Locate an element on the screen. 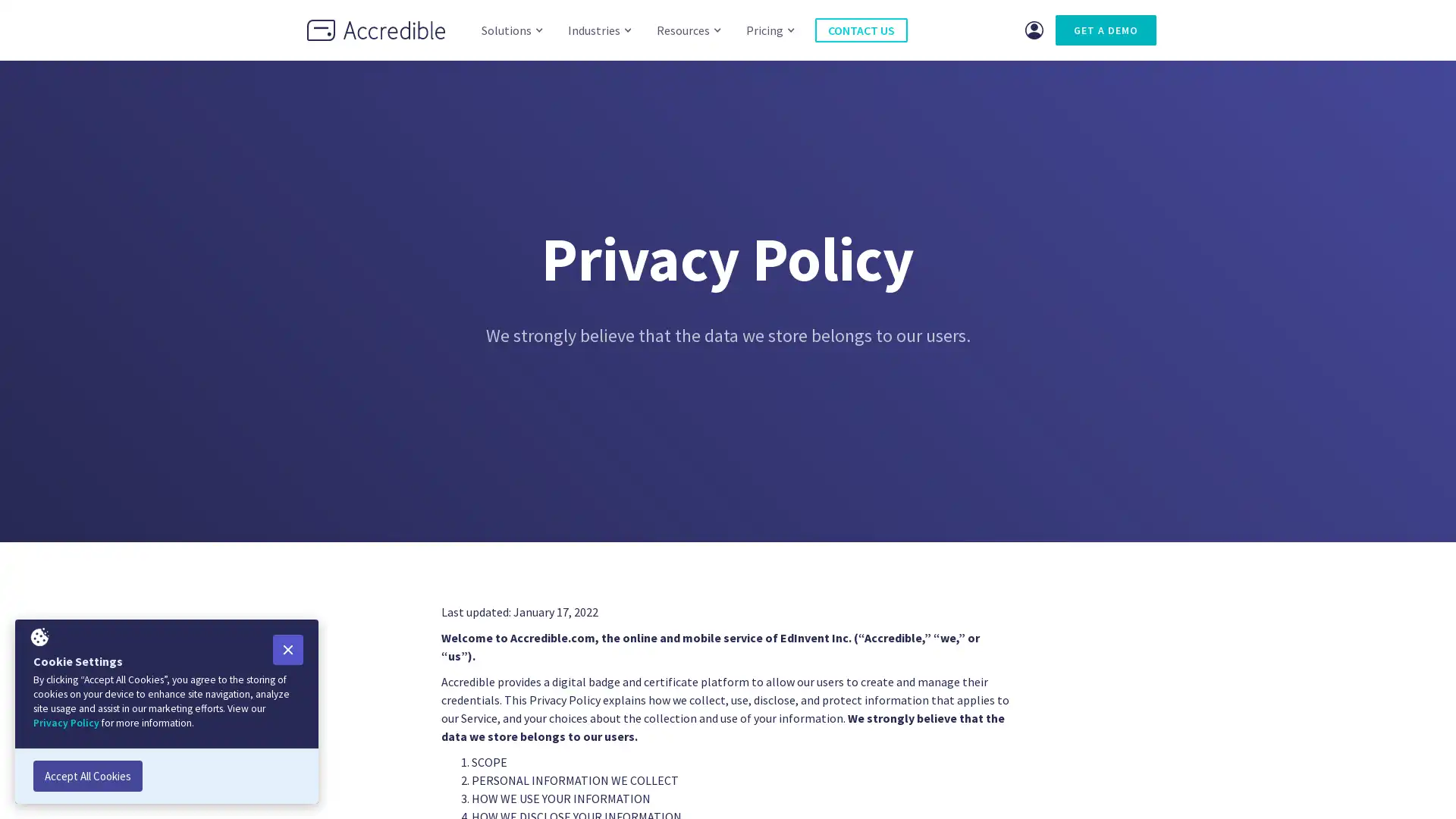 This screenshot has width=1456, height=819. Close Cookie Popup is located at coordinates (287, 648).